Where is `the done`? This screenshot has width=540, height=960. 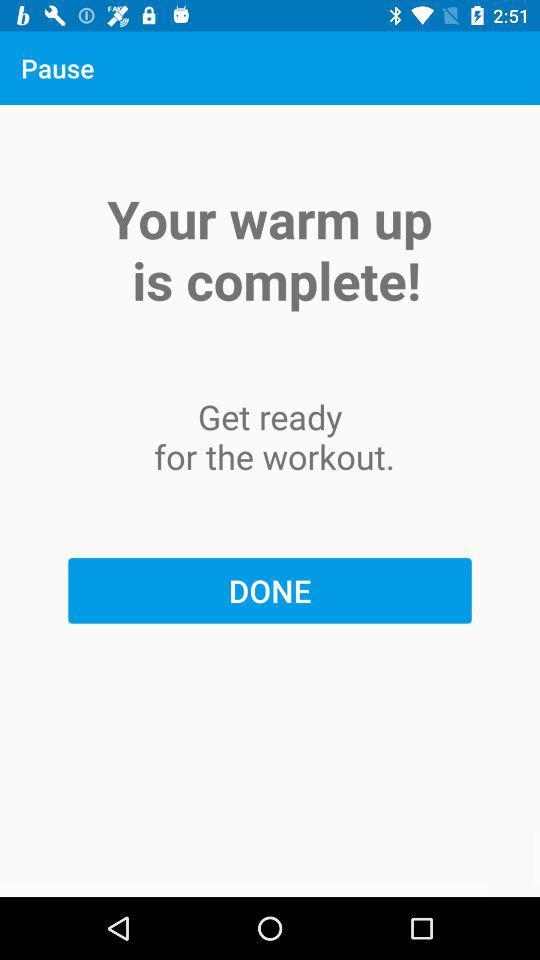 the done is located at coordinates (270, 590).